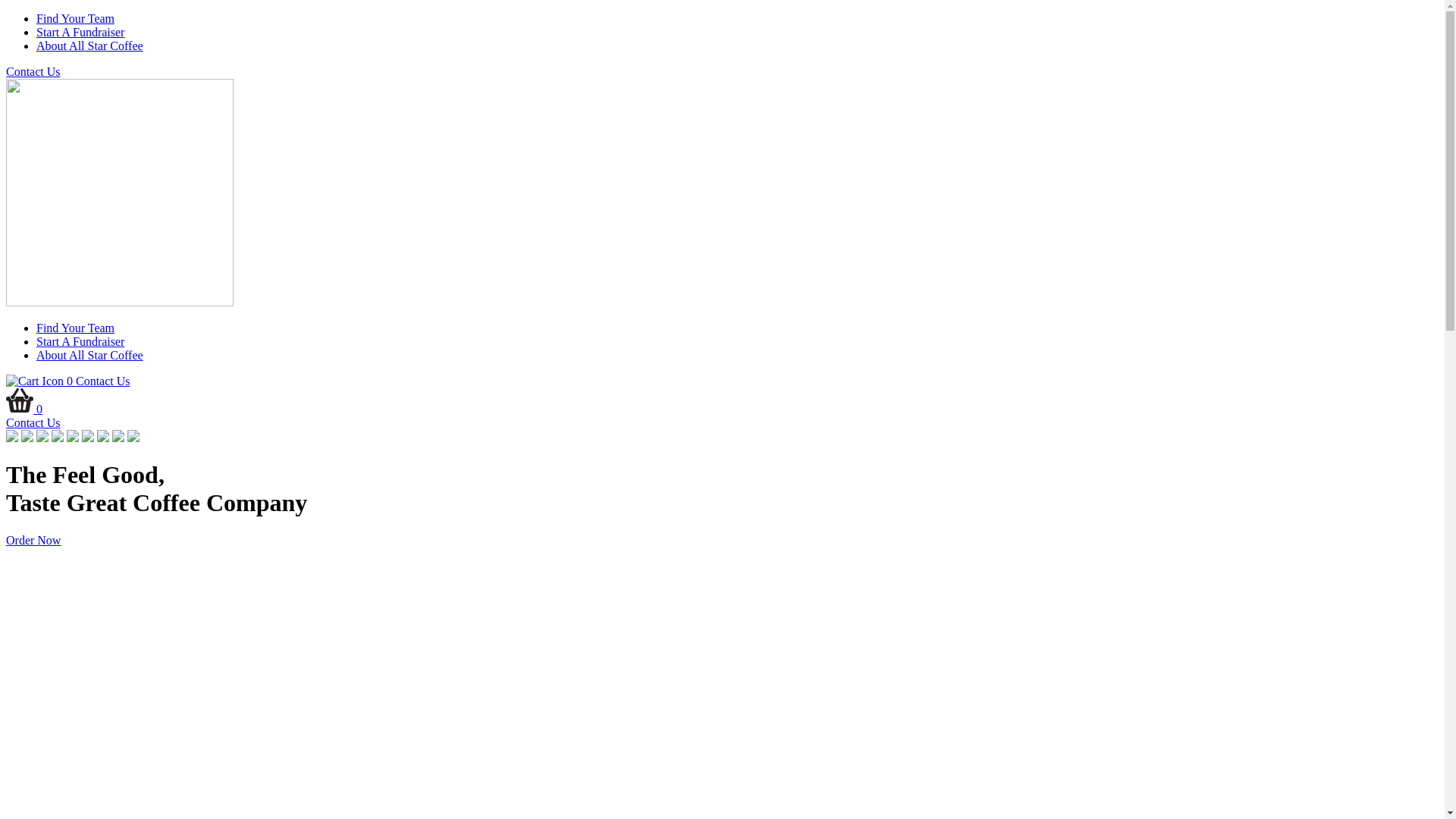  I want to click on 'Start A Fundraiser', so click(79, 32).